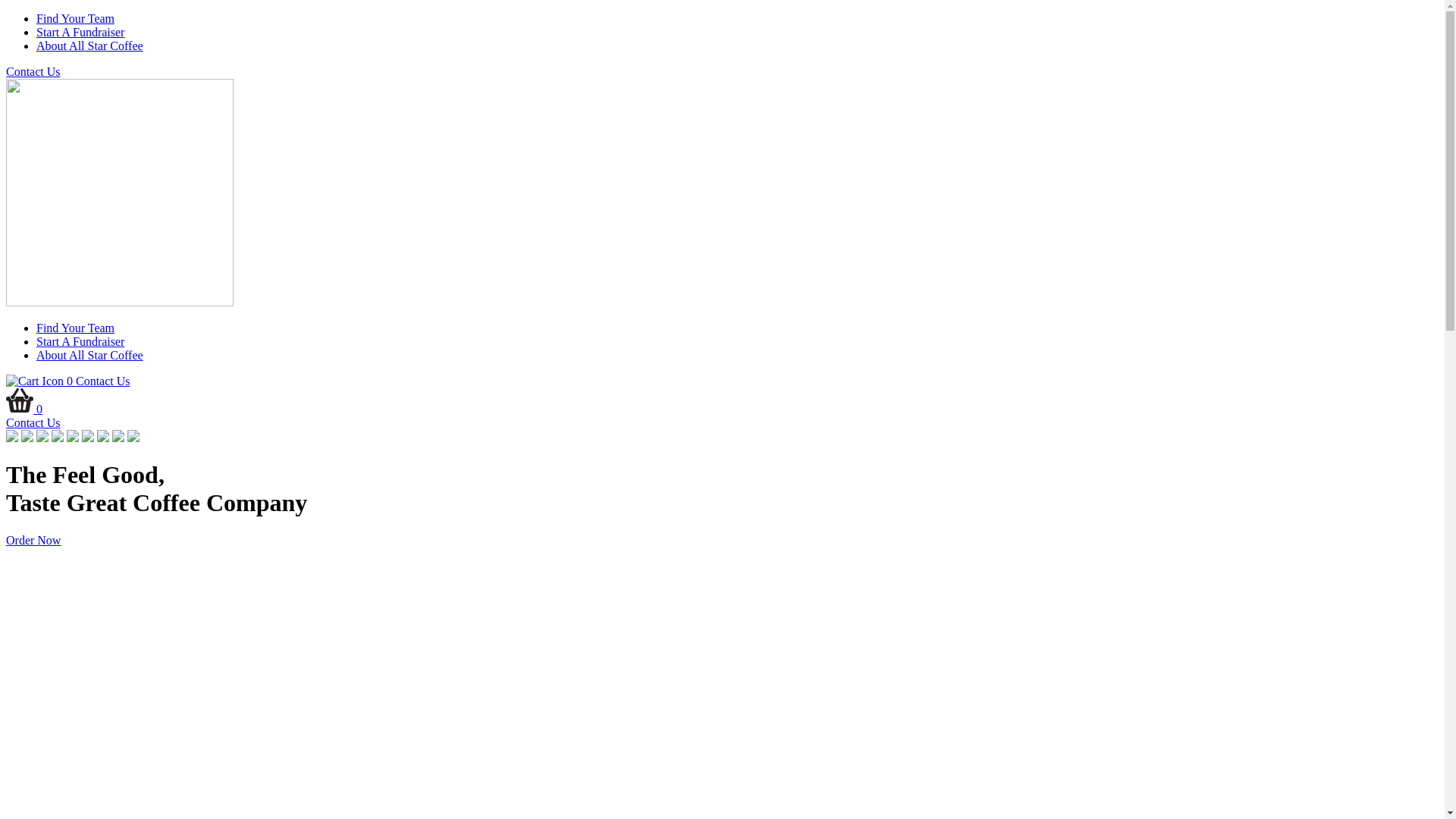  I want to click on 'Start A Fundraiser', so click(79, 32).